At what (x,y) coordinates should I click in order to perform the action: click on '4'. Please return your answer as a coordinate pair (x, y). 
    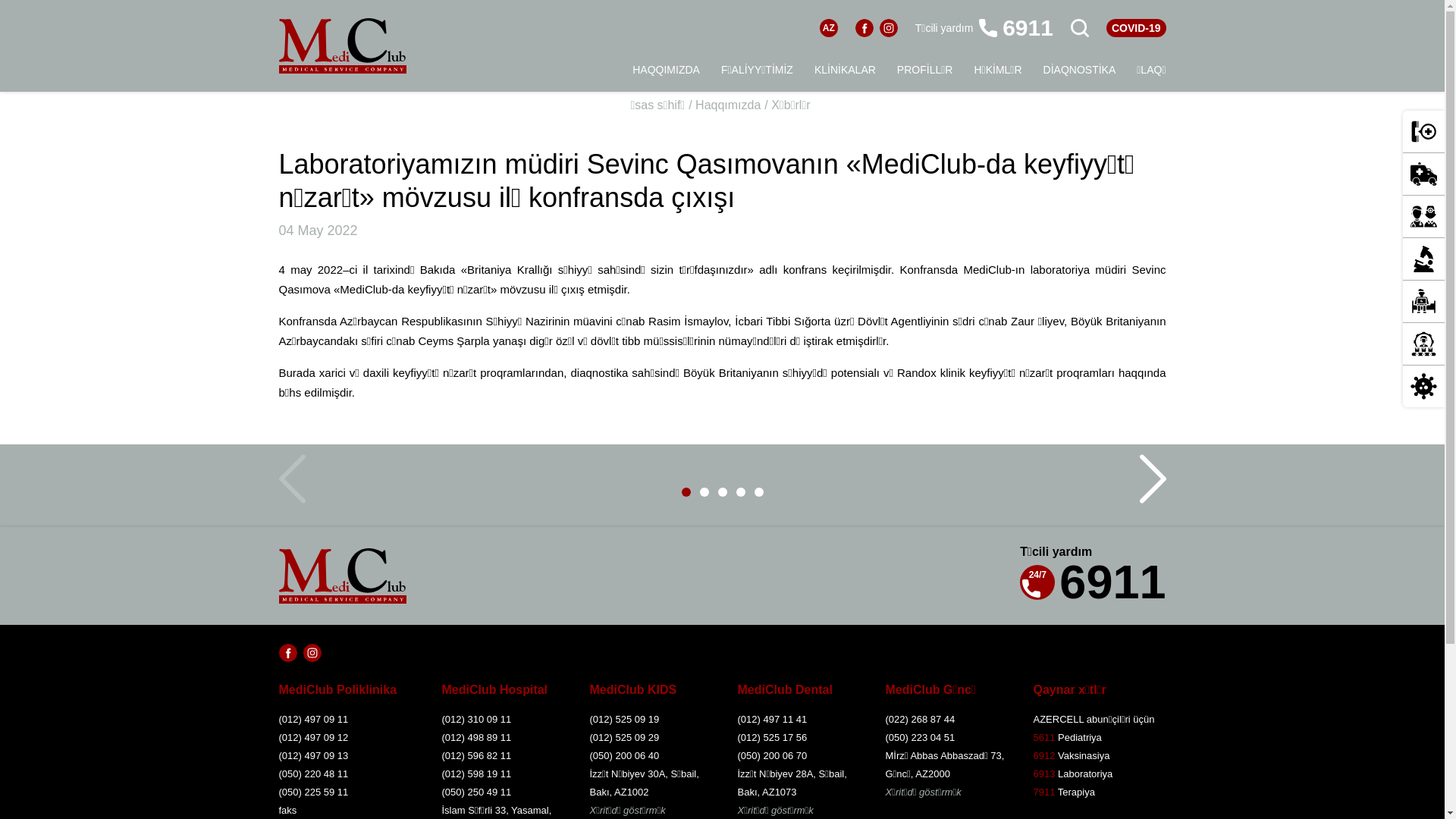
    Looking at the image, I should click on (735, 491).